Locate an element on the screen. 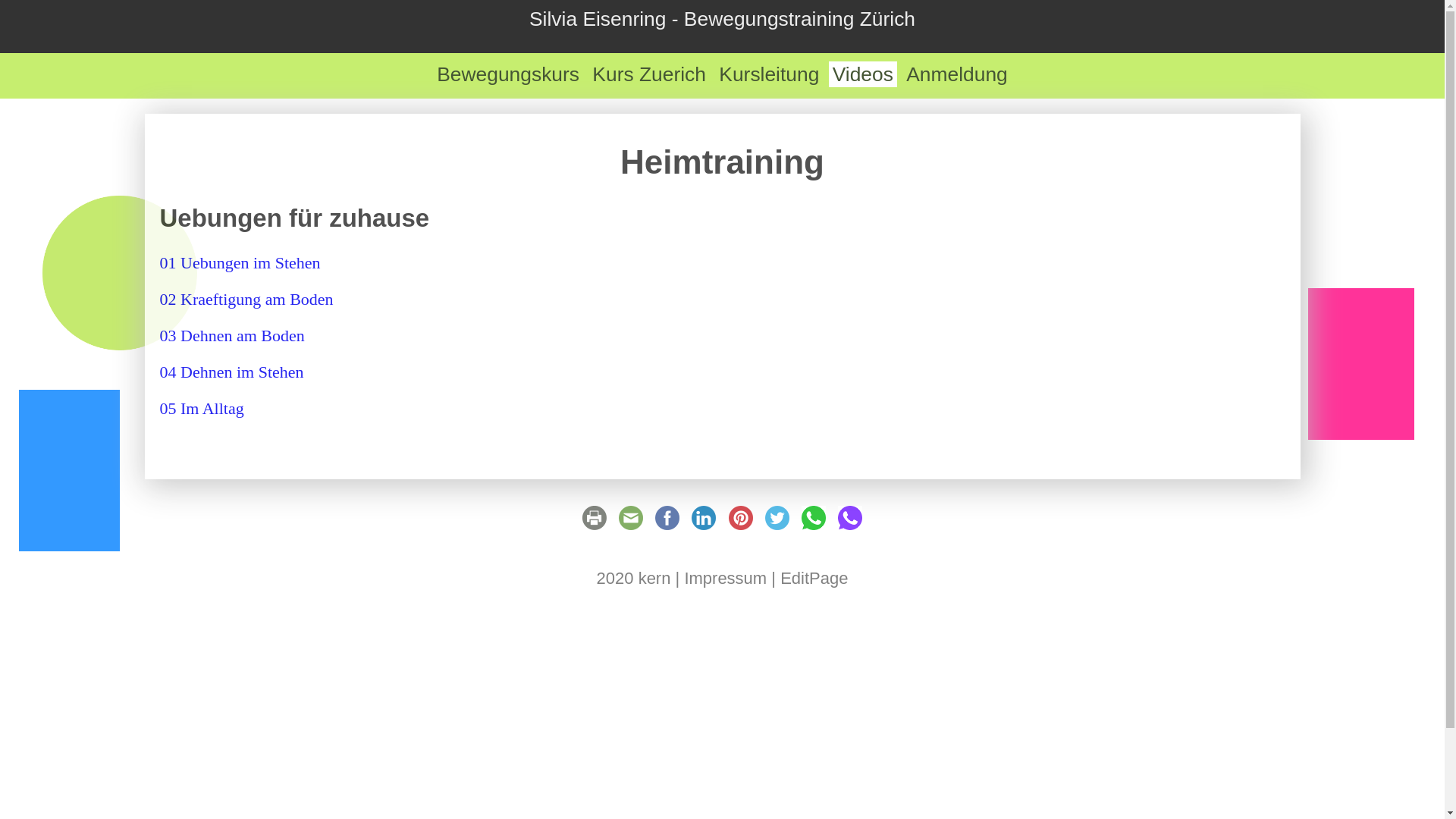 The width and height of the screenshot is (1456, 819). 'Pinterest' is located at coordinates (741, 523).